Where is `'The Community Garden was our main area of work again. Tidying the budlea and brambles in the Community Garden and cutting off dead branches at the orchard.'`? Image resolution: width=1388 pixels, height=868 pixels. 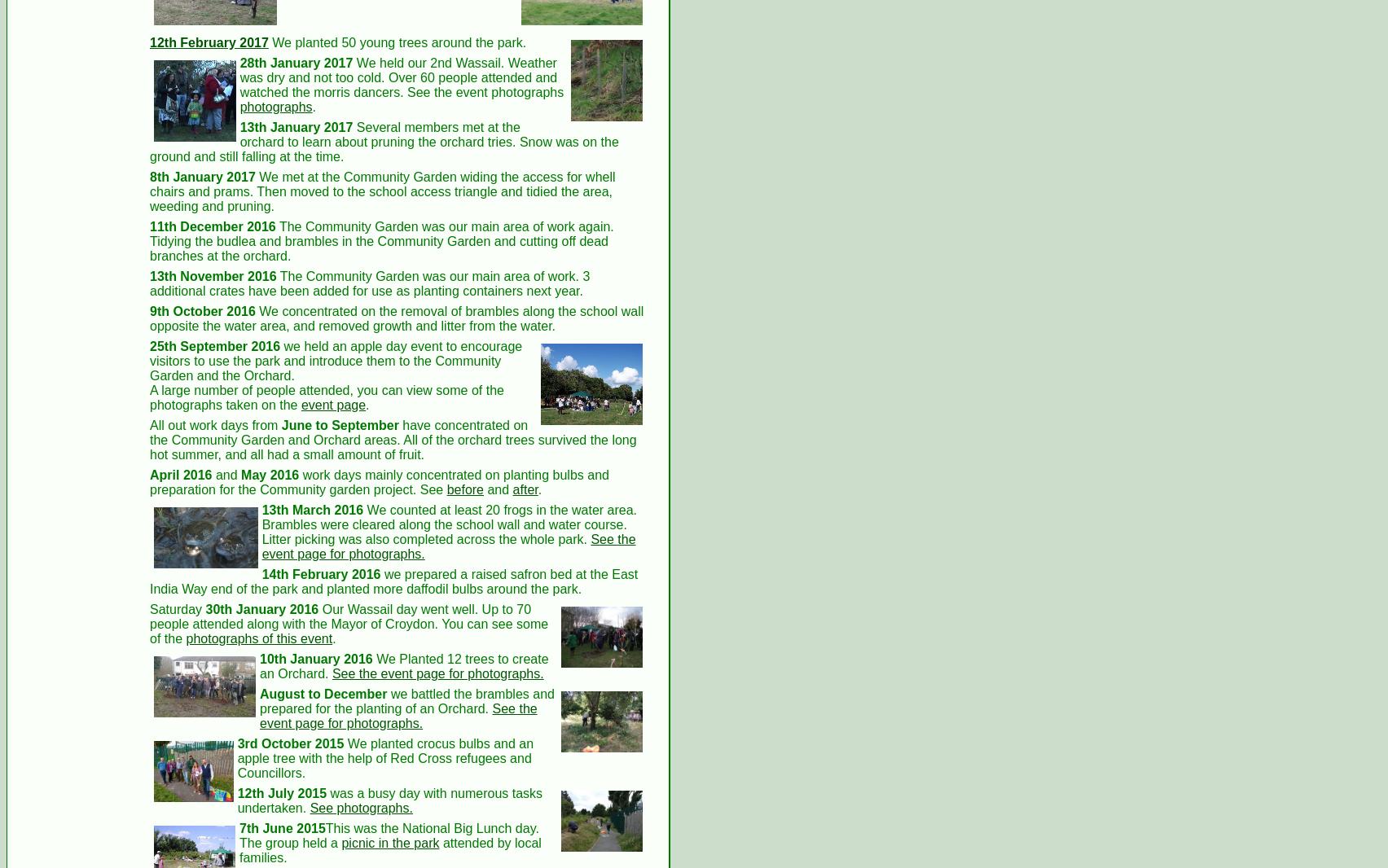
'The Community Garden was our main area of work again. Tidying the budlea and brambles in the Community Garden and cutting off dead branches at the orchard.' is located at coordinates (150, 240).